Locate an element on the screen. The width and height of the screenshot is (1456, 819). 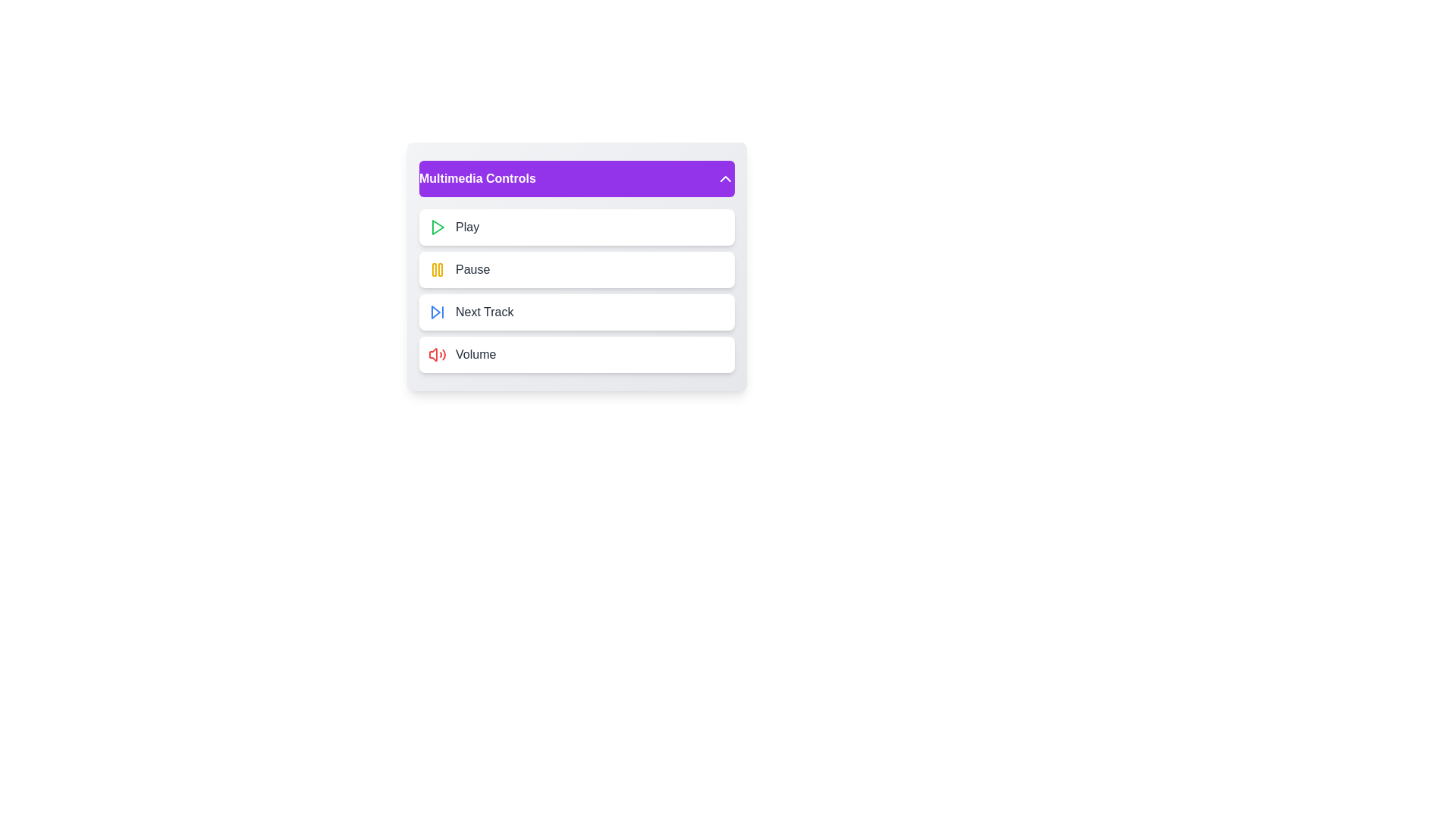
the 'Next Track' text label, which is the third item in the 'Multimedia Controls' section, positioned below 'Pause' and above 'Volume' is located at coordinates (484, 312).